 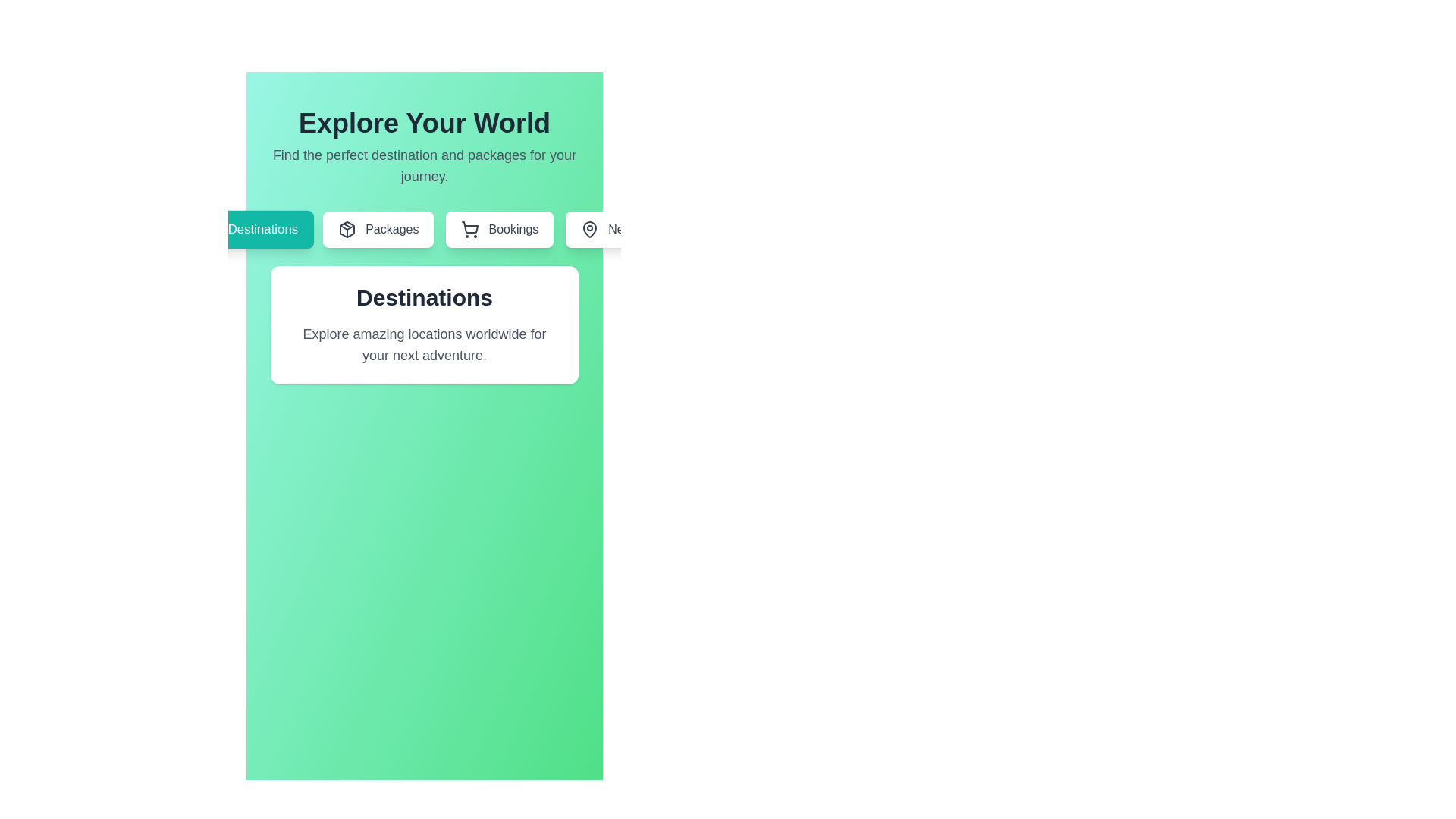 What do you see at coordinates (378, 230) in the screenshot?
I see `the tab button labeled 'Packages' to switch to its corresponding content` at bounding box center [378, 230].